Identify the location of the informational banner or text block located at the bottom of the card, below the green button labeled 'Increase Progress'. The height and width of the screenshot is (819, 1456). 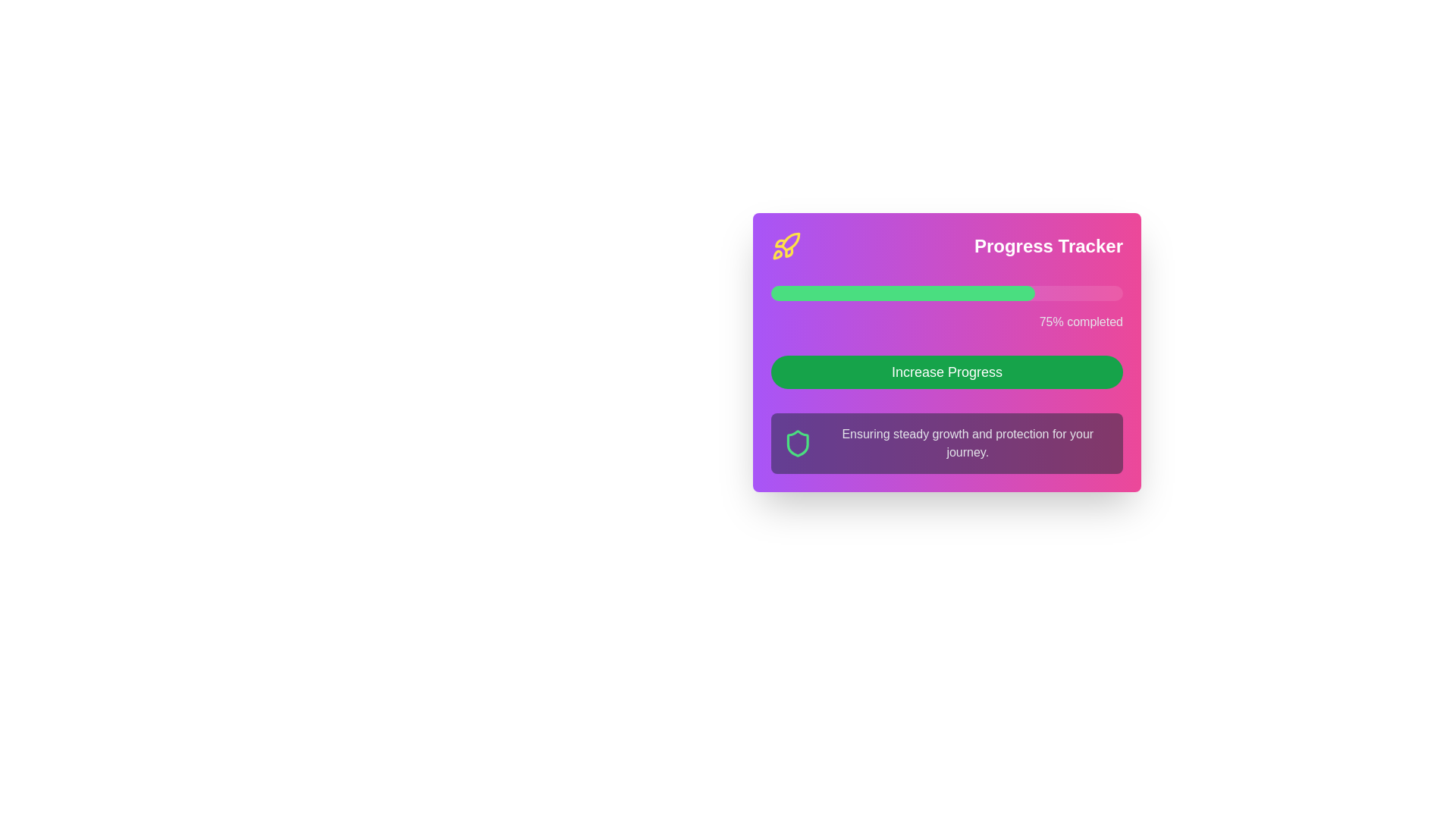
(946, 444).